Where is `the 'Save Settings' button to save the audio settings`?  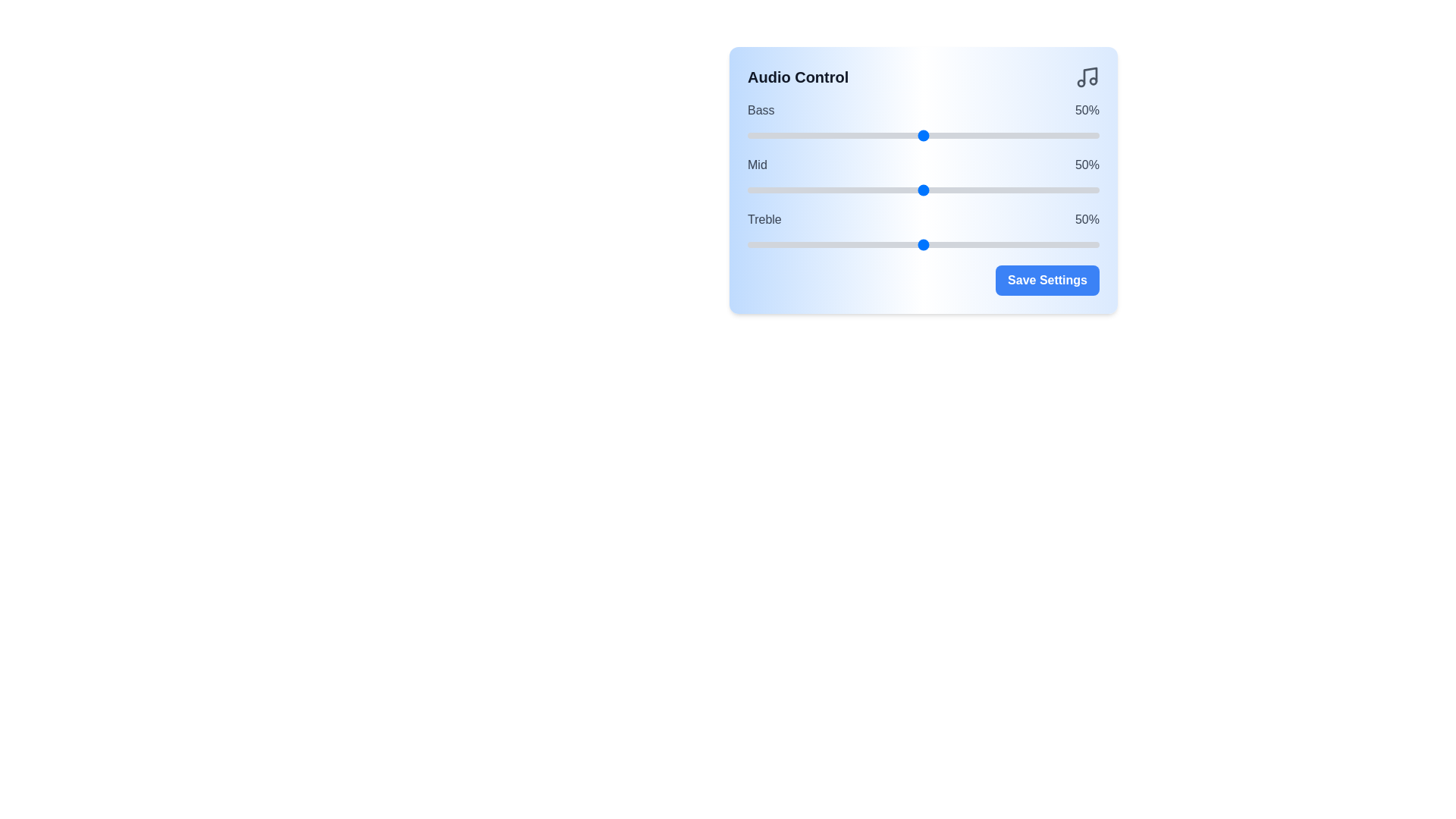 the 'Save Settings' button to save the audio settings is located at coordinates (1046, 281).